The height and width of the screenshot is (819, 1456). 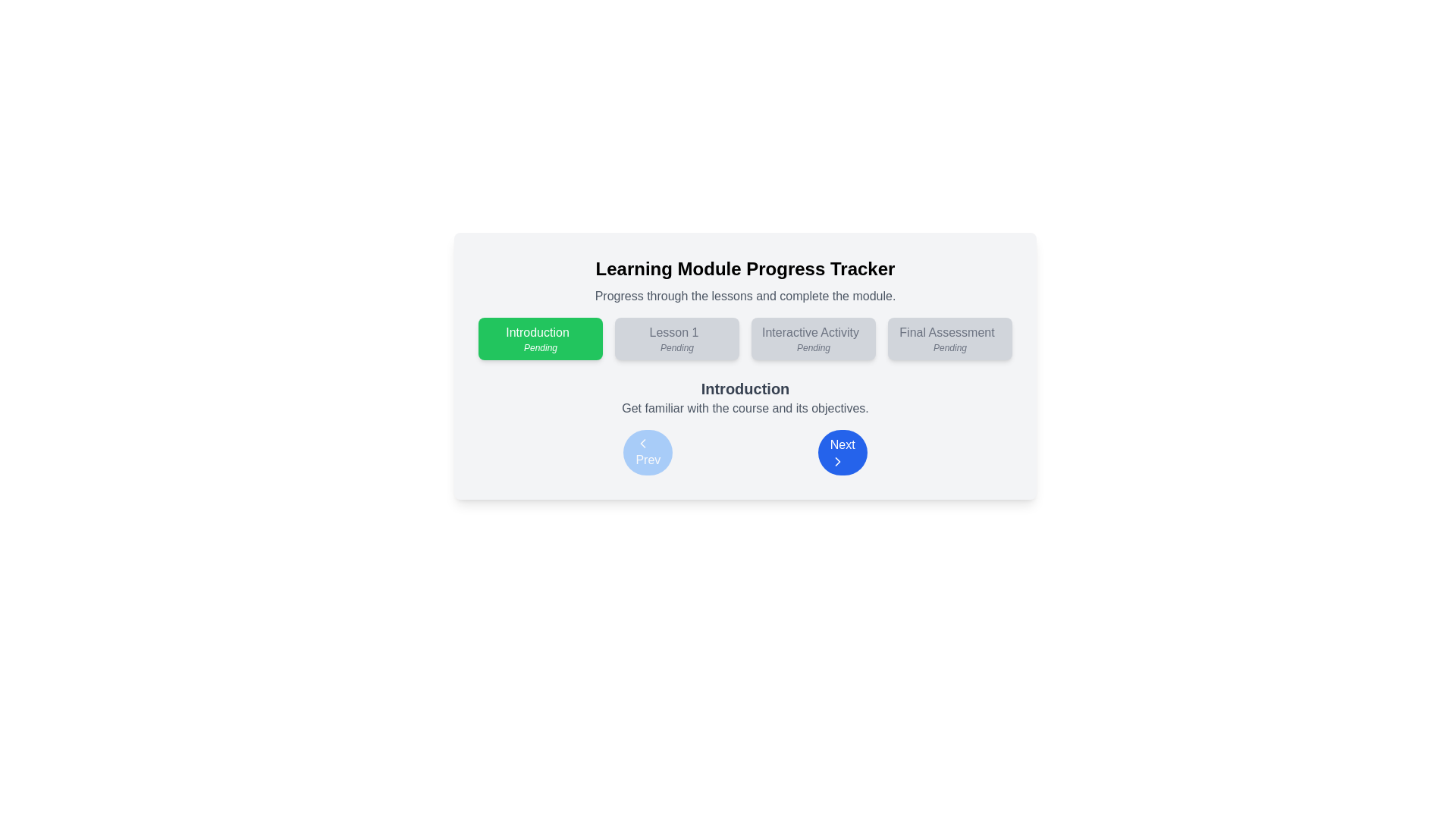 I want to click on the blue circular 'Next' button with an arrow icon located at the bottom-right of the interface, so click(x=836, y=461).